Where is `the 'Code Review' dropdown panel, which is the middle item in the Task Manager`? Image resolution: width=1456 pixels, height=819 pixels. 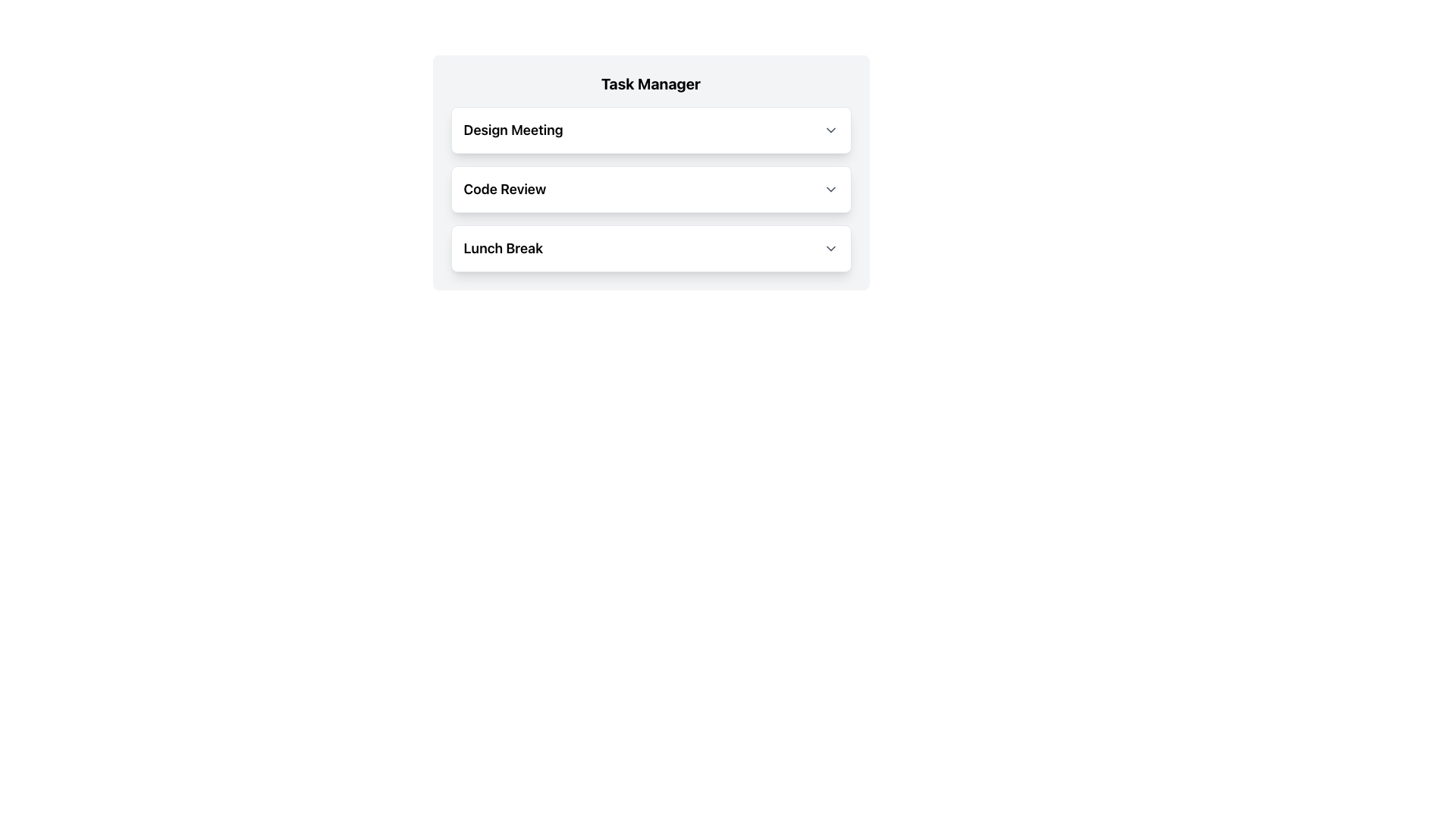 the 'Code Review' dropdown panel, which is the middle item in the Task Manager is located at coordinates (651, 171).